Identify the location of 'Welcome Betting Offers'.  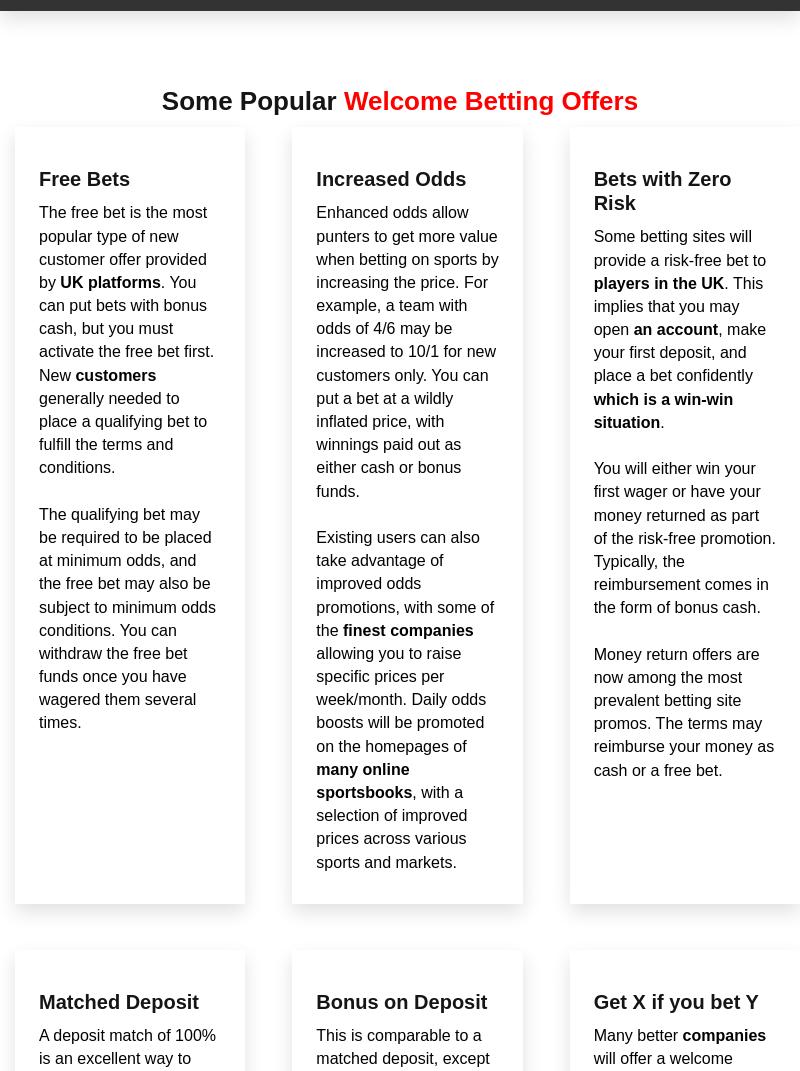
(490, 100).